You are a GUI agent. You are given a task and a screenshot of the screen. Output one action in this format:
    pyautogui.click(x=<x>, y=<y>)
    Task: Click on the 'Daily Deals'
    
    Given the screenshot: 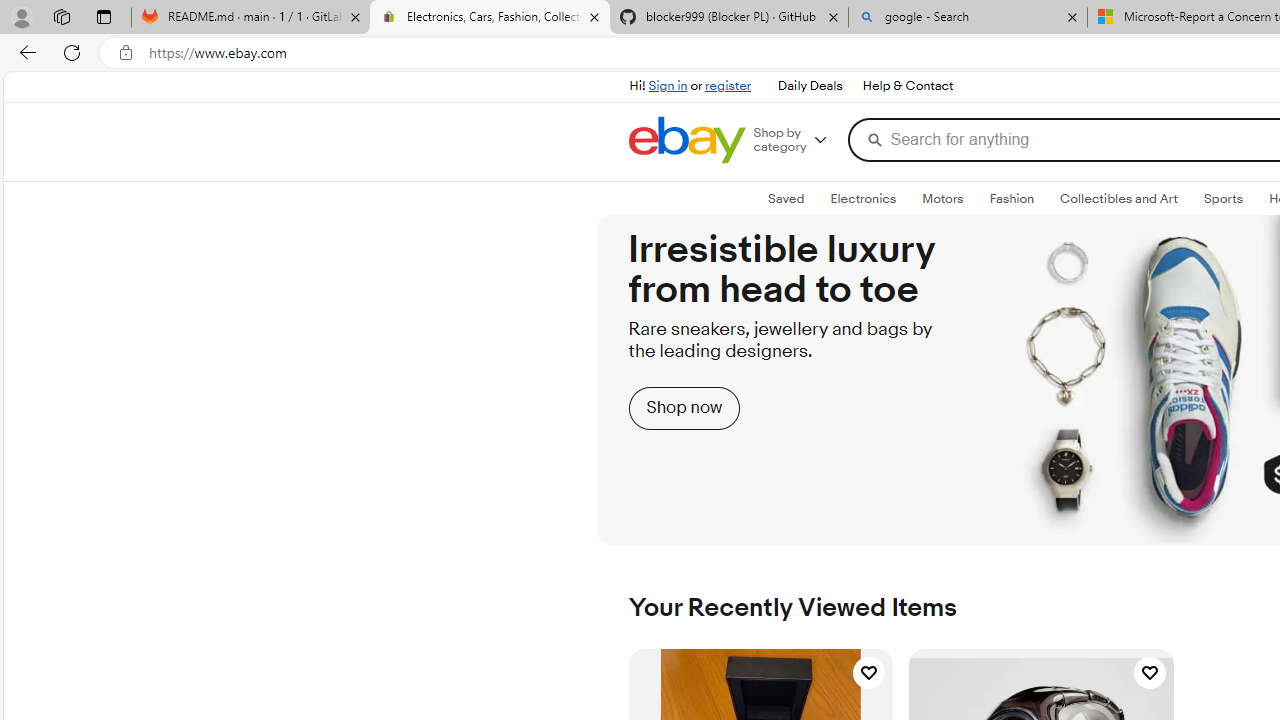 What is the action you would take?
    pyautogui.click(x=809, y=85)
    